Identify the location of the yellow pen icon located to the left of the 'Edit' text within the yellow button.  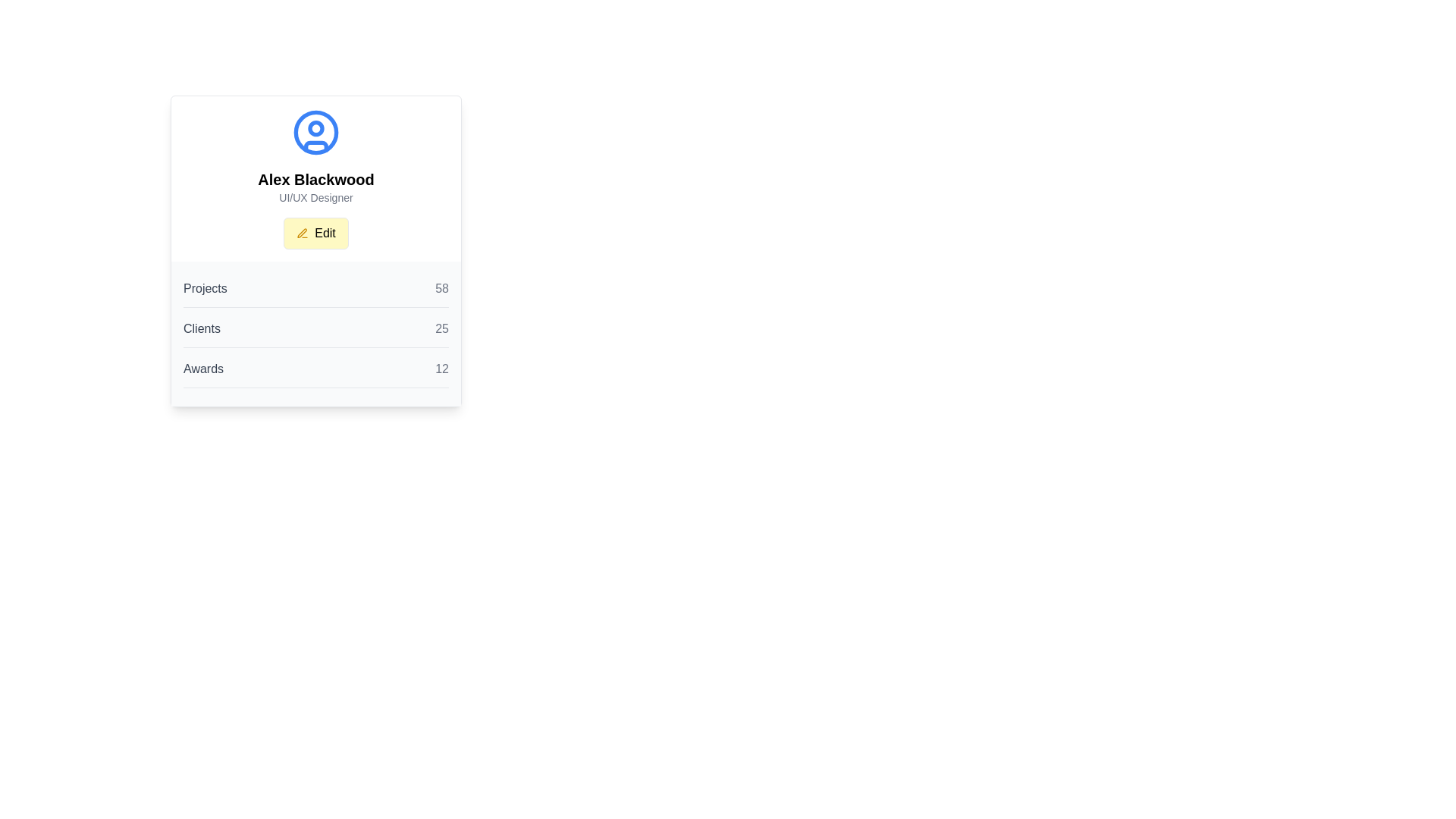
(303, 234).